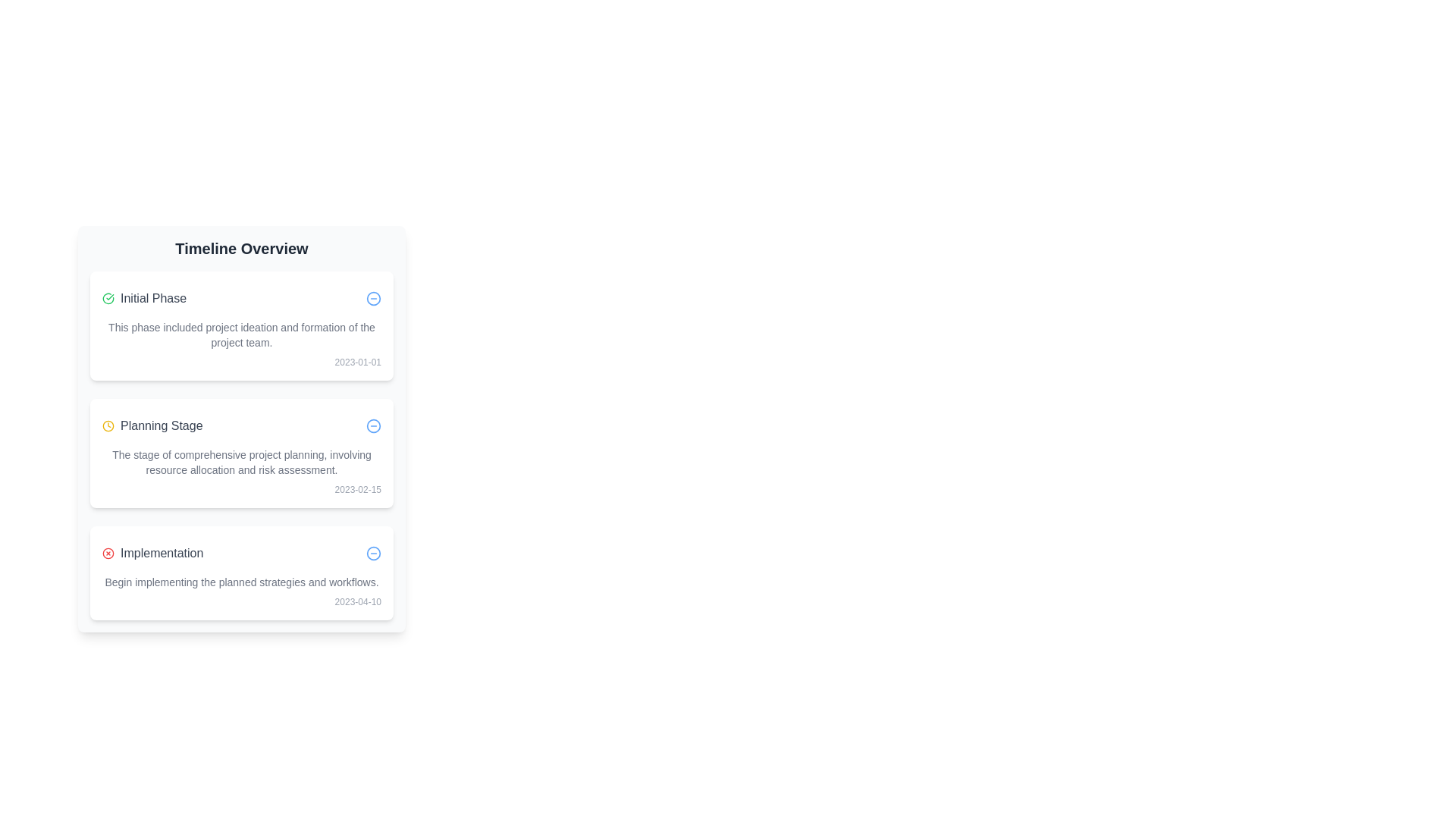  I want to click on the circular icon button containing a minus symbol, which is located to the right of the 'Planning Stage' label, so click(374, 426).